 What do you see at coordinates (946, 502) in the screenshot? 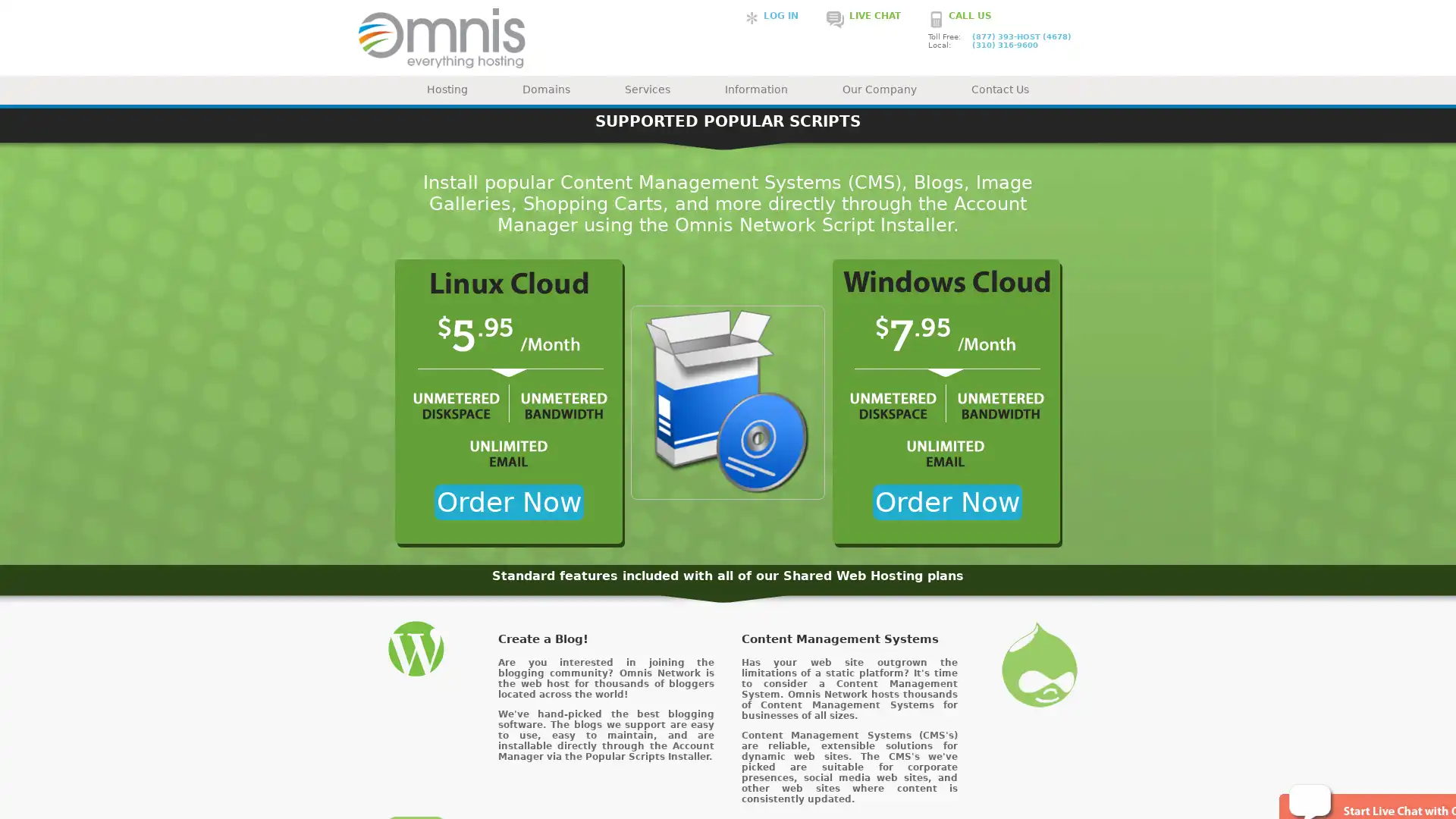
I see `Order Now` at bounding box center [946, 502].